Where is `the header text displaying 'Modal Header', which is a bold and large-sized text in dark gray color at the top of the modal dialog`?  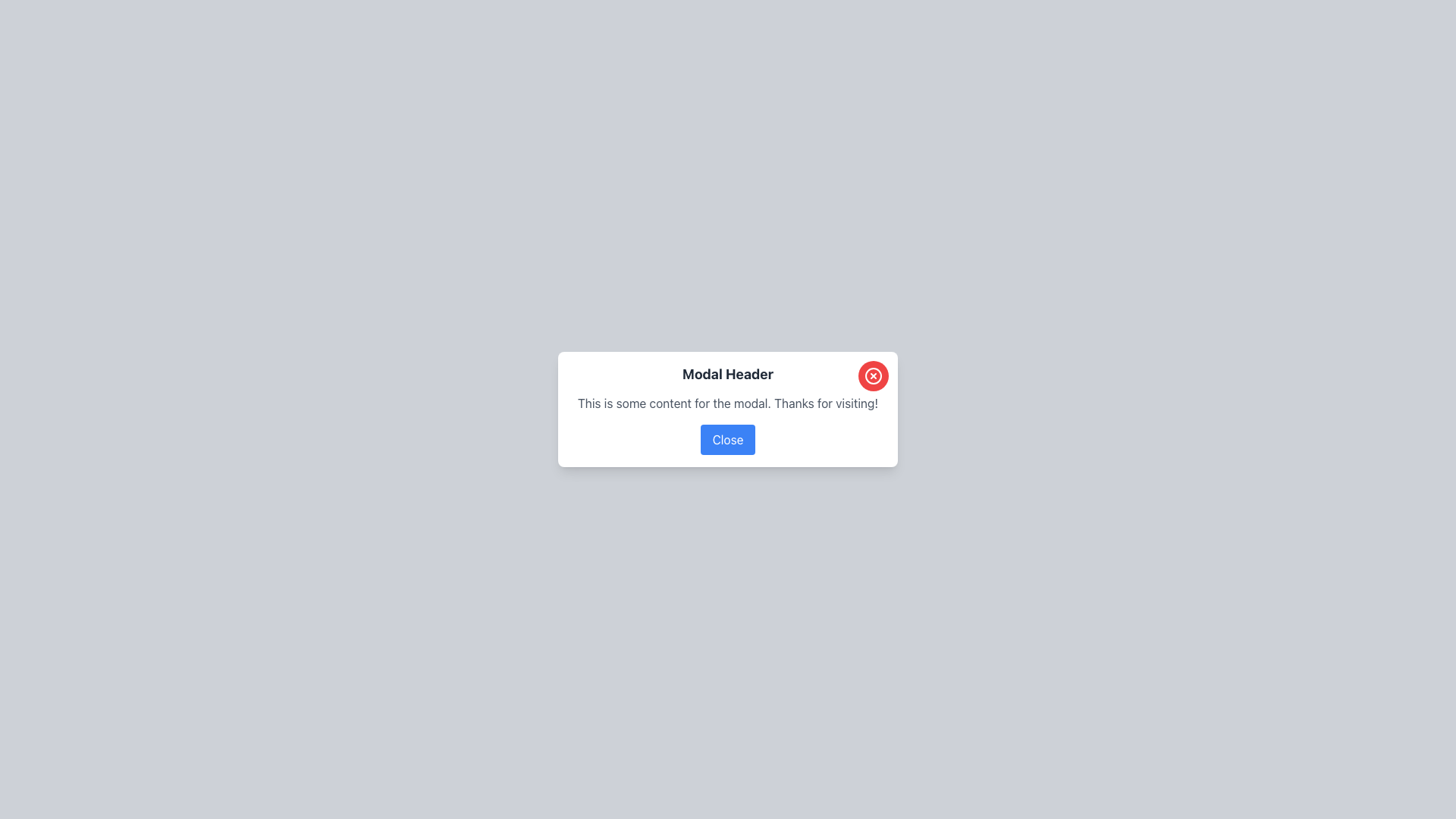
the header text displaying 'Modal Header', which is a bold and large-sized text in dark gray color at the top of the modal dialog is located at coordinates (728, 374).